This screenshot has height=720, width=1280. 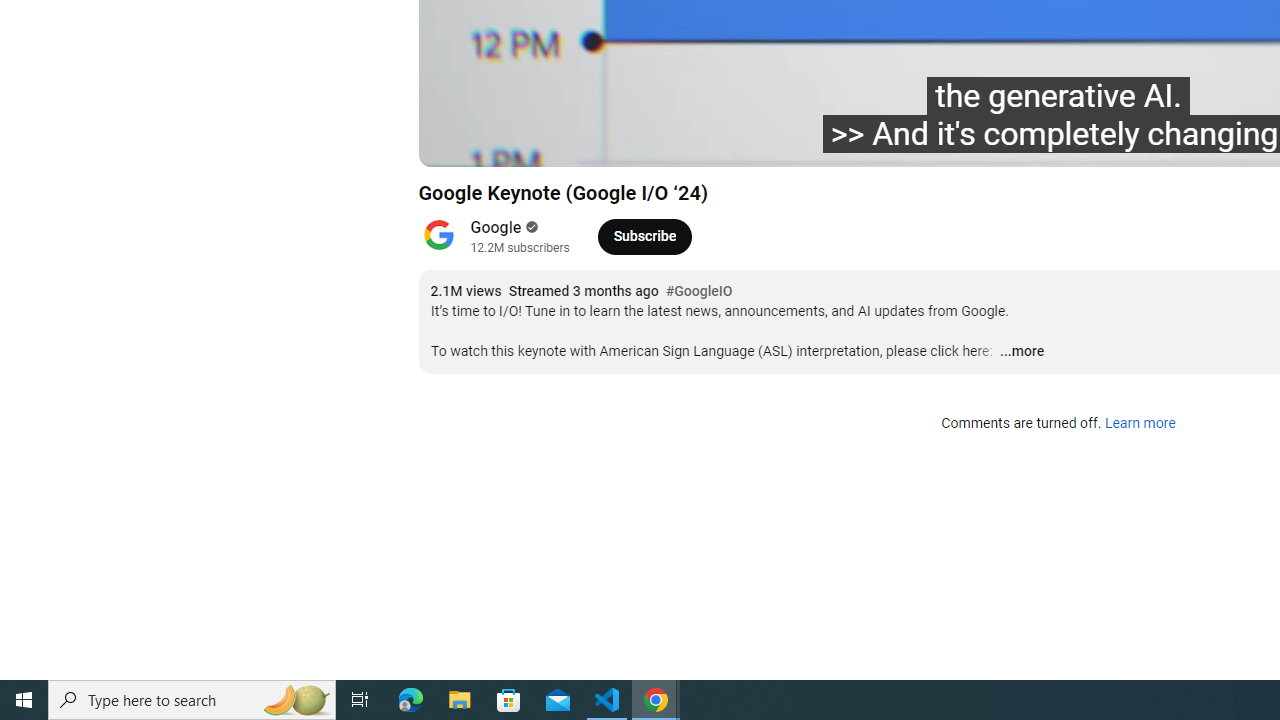 What do you see at coordinates (699, 291) in the screenshot?
I see `'#GoogleIO'` at bounding box center [699, 291].